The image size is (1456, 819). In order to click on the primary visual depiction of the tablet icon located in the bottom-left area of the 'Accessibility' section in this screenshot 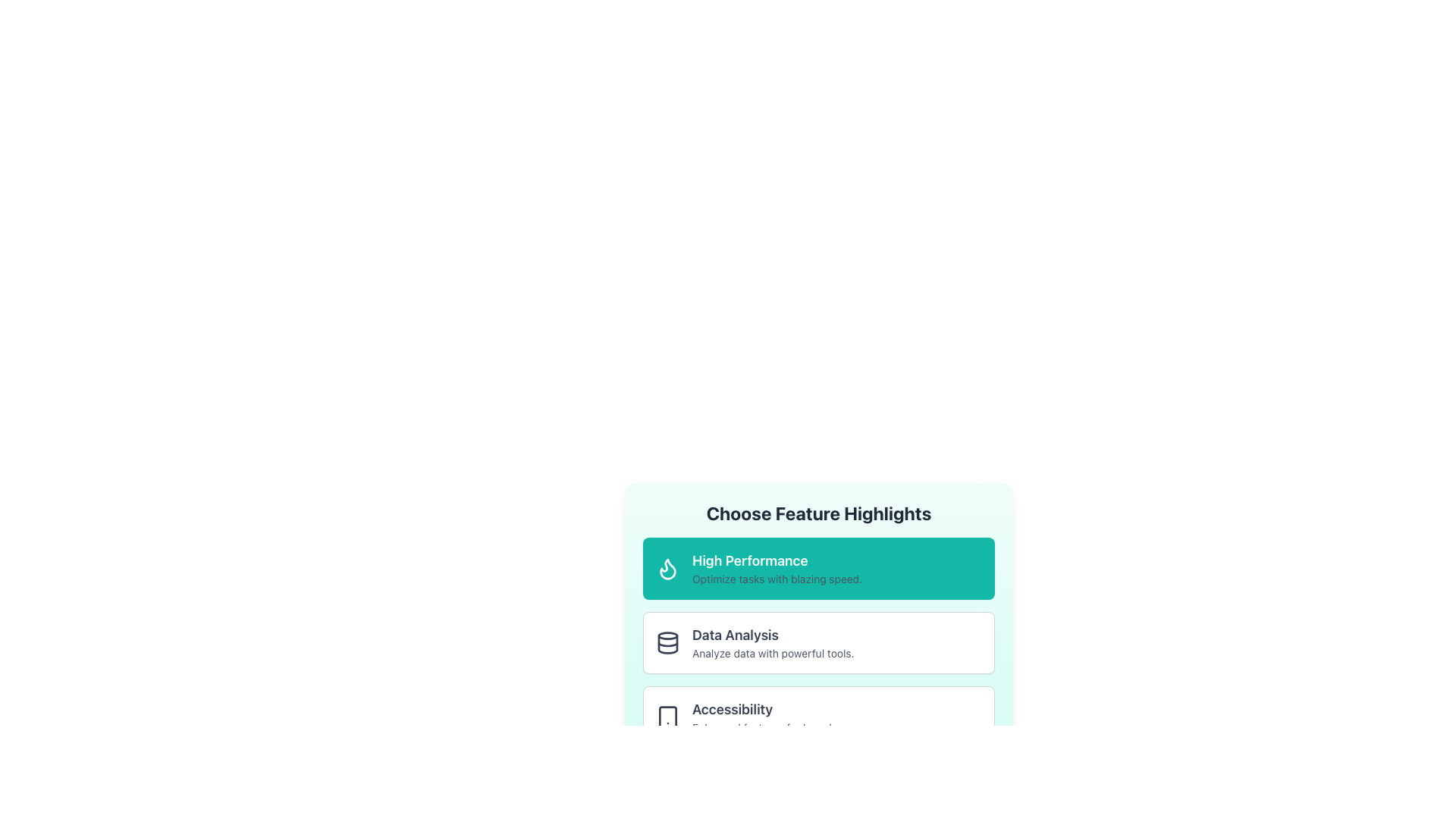, I will do `click(667, 717)`.